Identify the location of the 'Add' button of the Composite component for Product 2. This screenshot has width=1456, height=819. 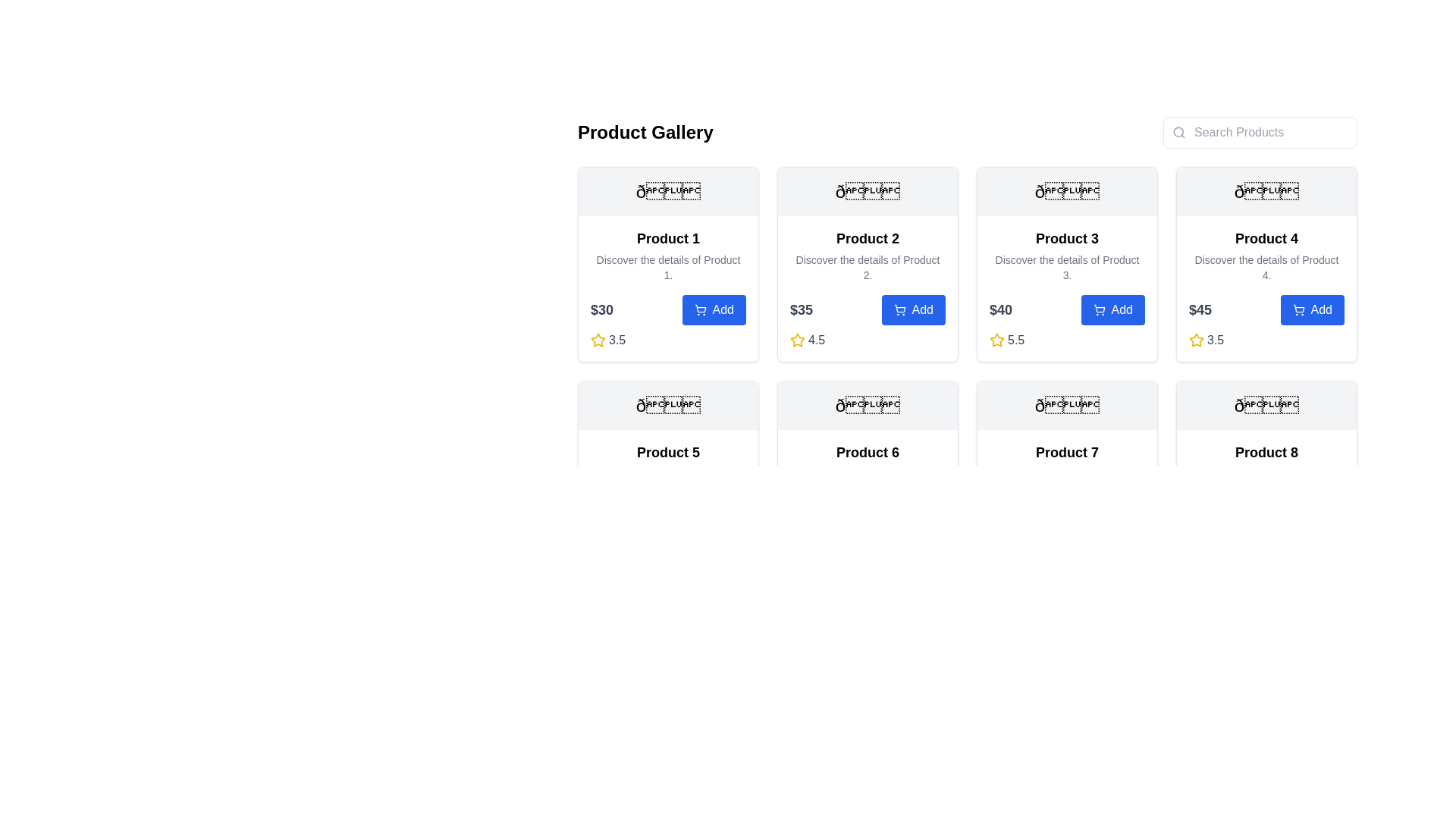
(868, 309).